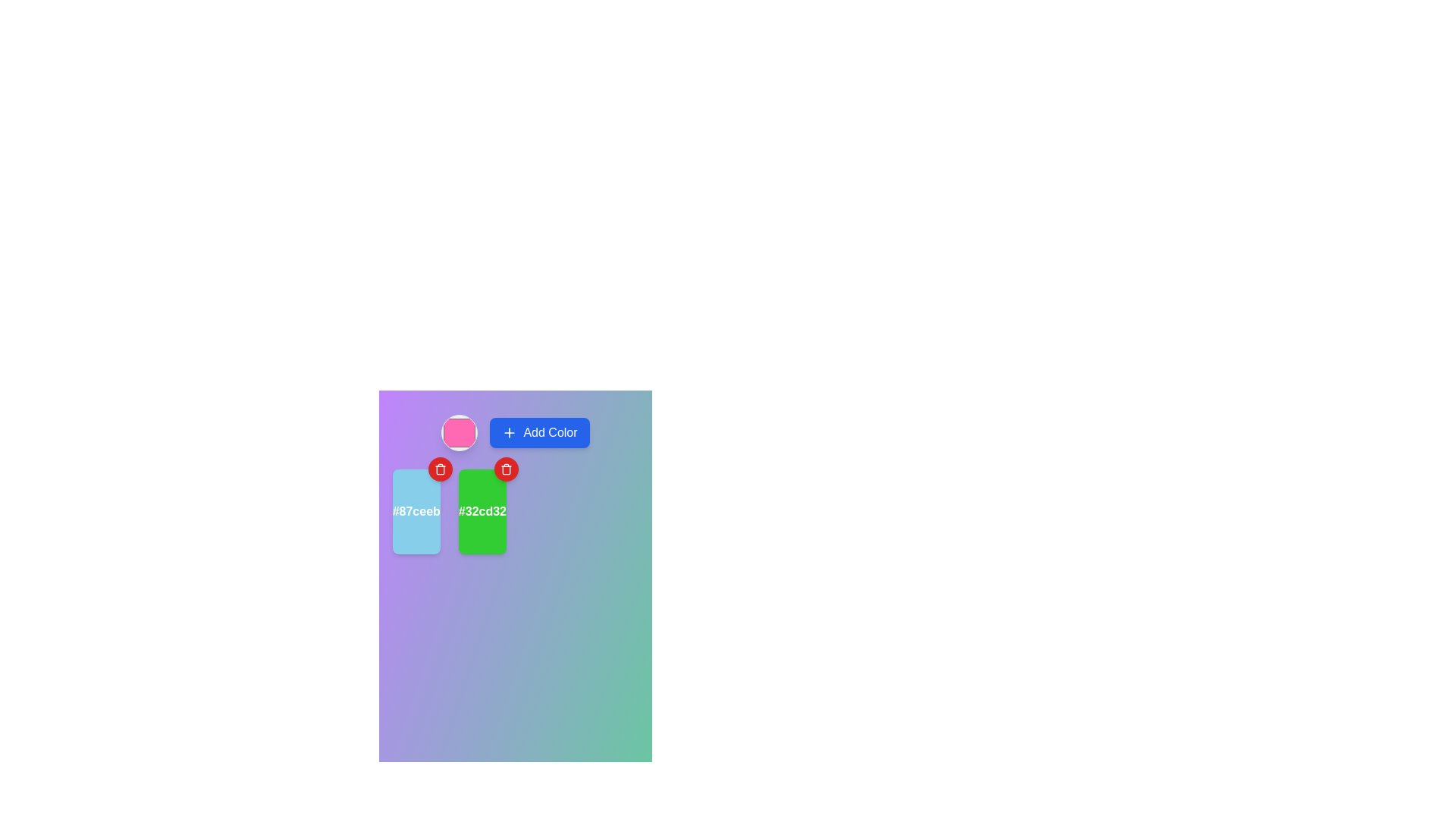 This screenshot has height=819, width=1456. I want to click on the Text Display Box that displays the color code #87ceeb, so click(416, 512).